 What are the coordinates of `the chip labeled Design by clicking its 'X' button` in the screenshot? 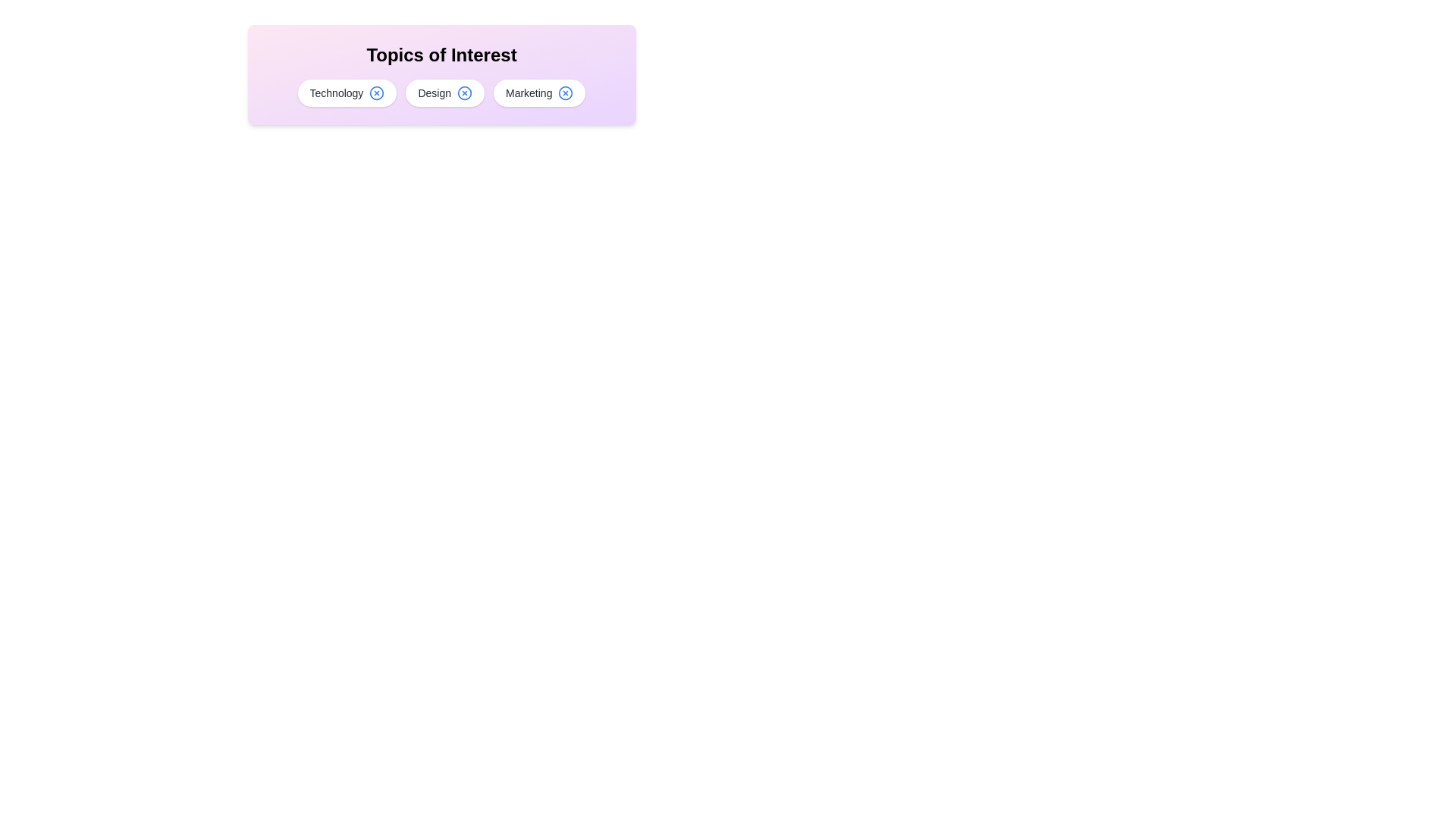 It's located at (464, 93).